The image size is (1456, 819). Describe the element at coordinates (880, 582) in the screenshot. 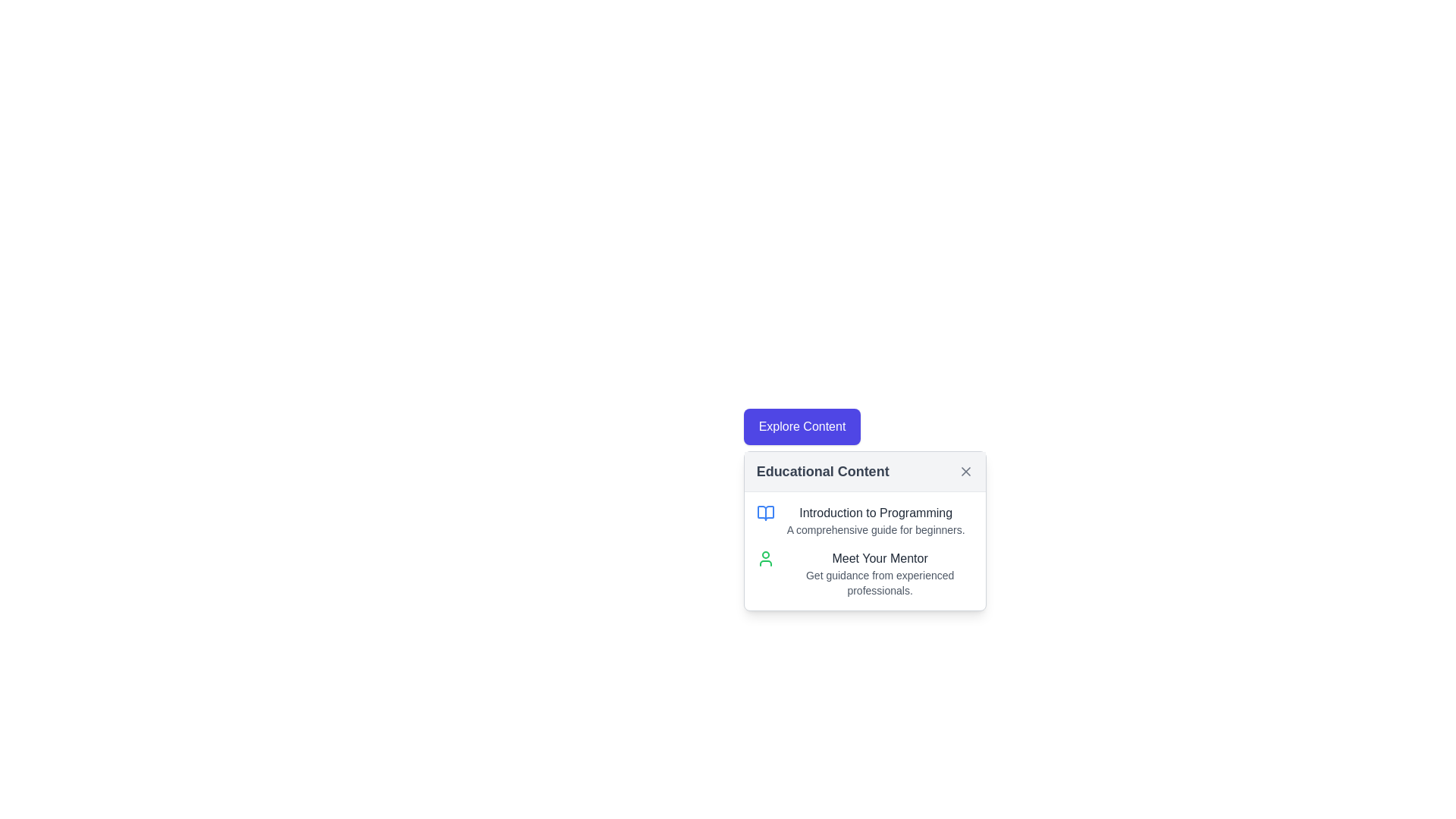

I see `the descriptive text located beneath the 'Meet Your Mentor' title in the 'Educational Content' panel` at that location.